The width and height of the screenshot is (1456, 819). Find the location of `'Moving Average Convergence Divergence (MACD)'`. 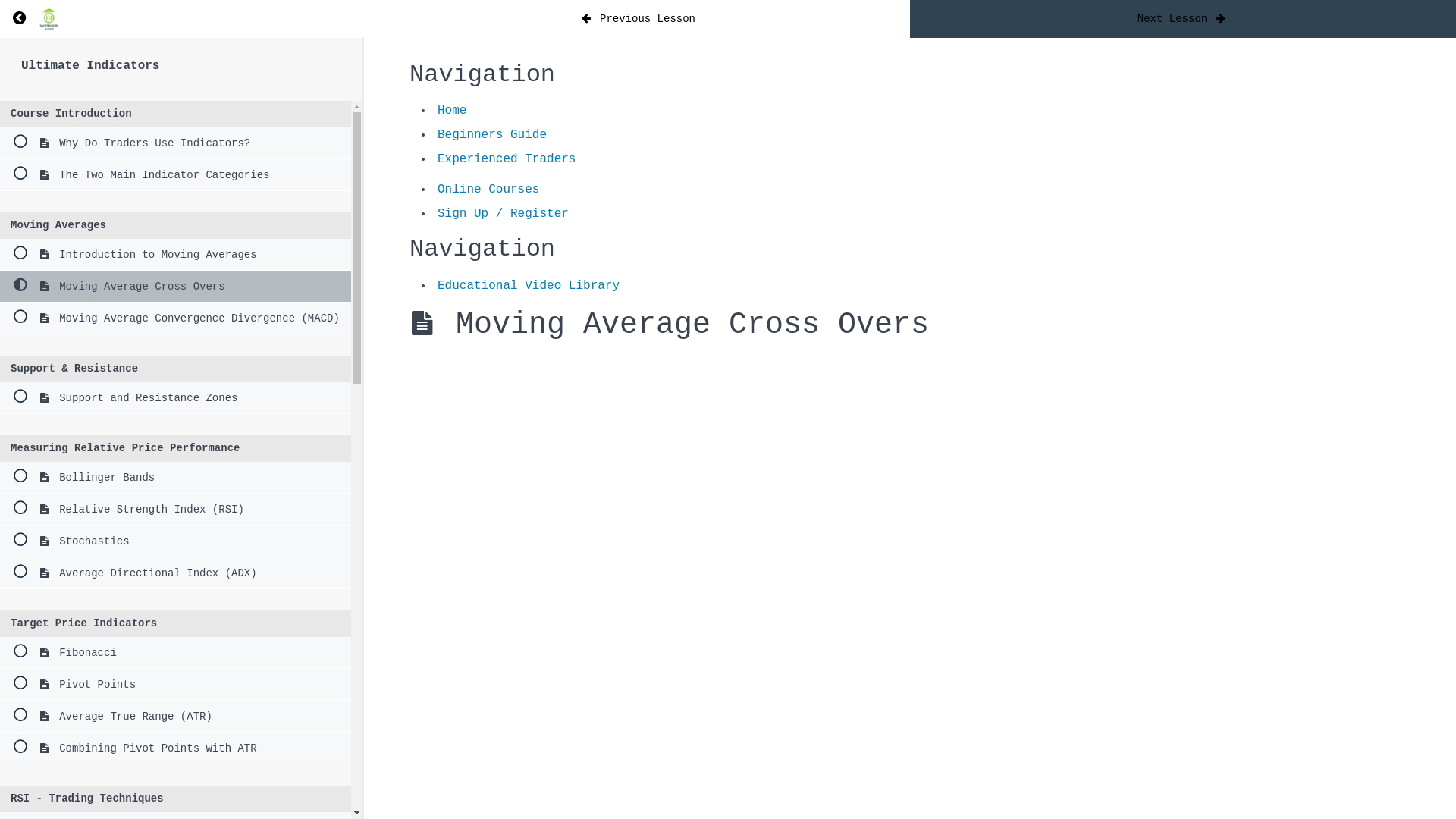

'Moving Average Convergence Divergence (MACD)' is located at coordinates (175, 318).